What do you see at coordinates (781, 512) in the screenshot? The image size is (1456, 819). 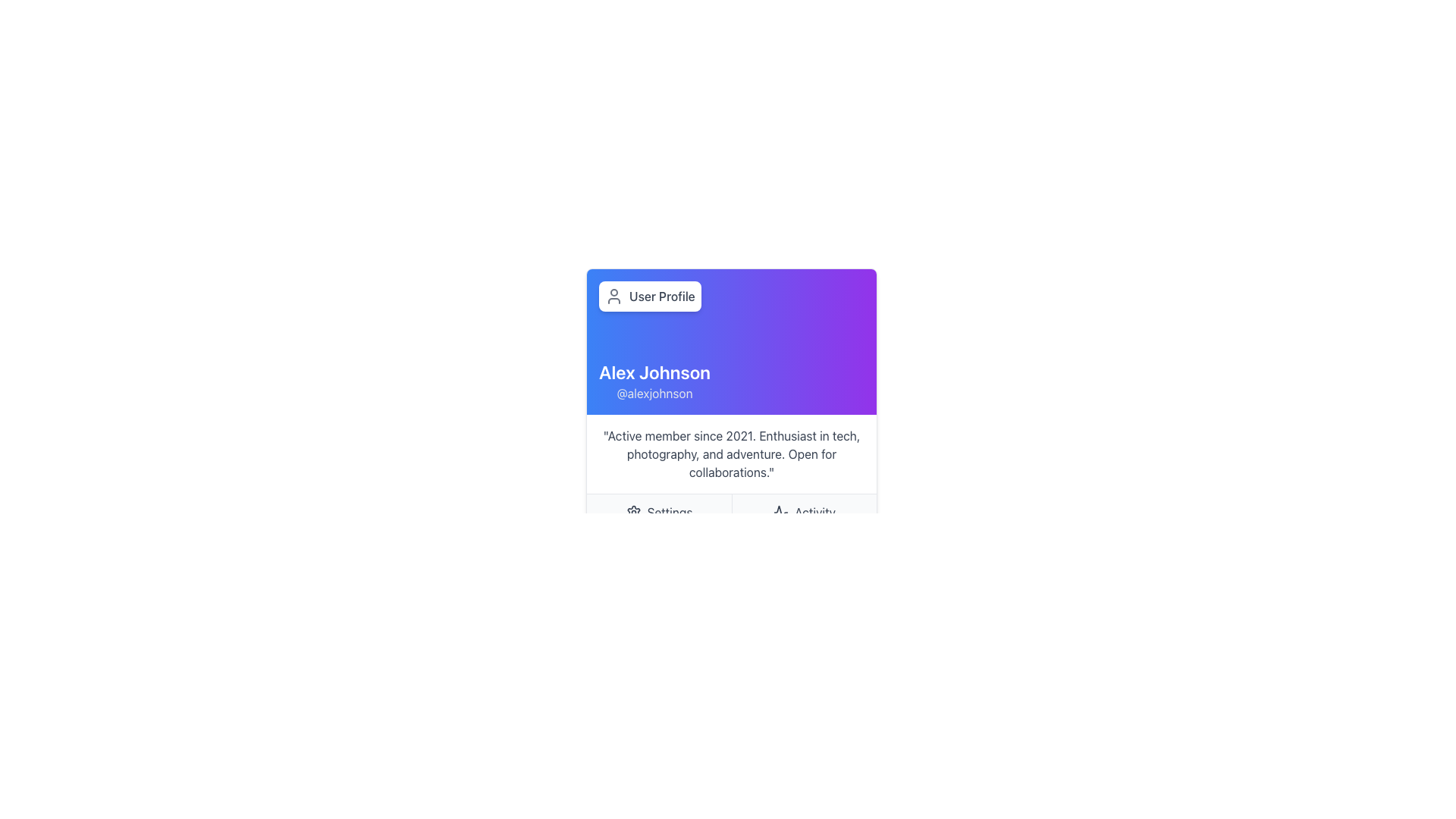 I see `the appearance of the icon resembling a stylized graph or activity waveform, located to the left of the 'Activity' text in a menu item` at bounding box center [781, 512].